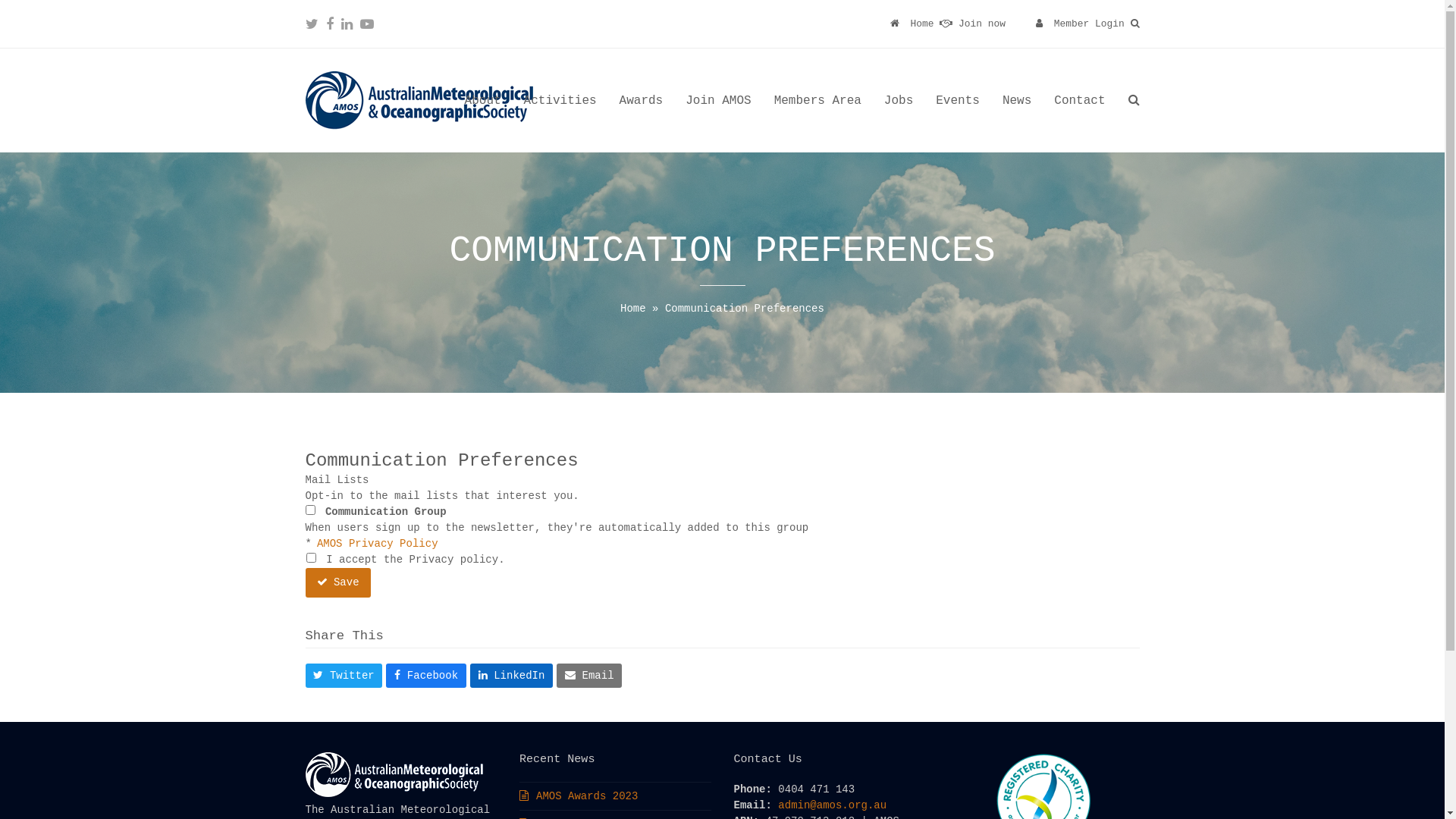 Image resolution: width=1456 pixels, height=819 pixels. I want to click on 'LinkedIn', so click(346, 24).